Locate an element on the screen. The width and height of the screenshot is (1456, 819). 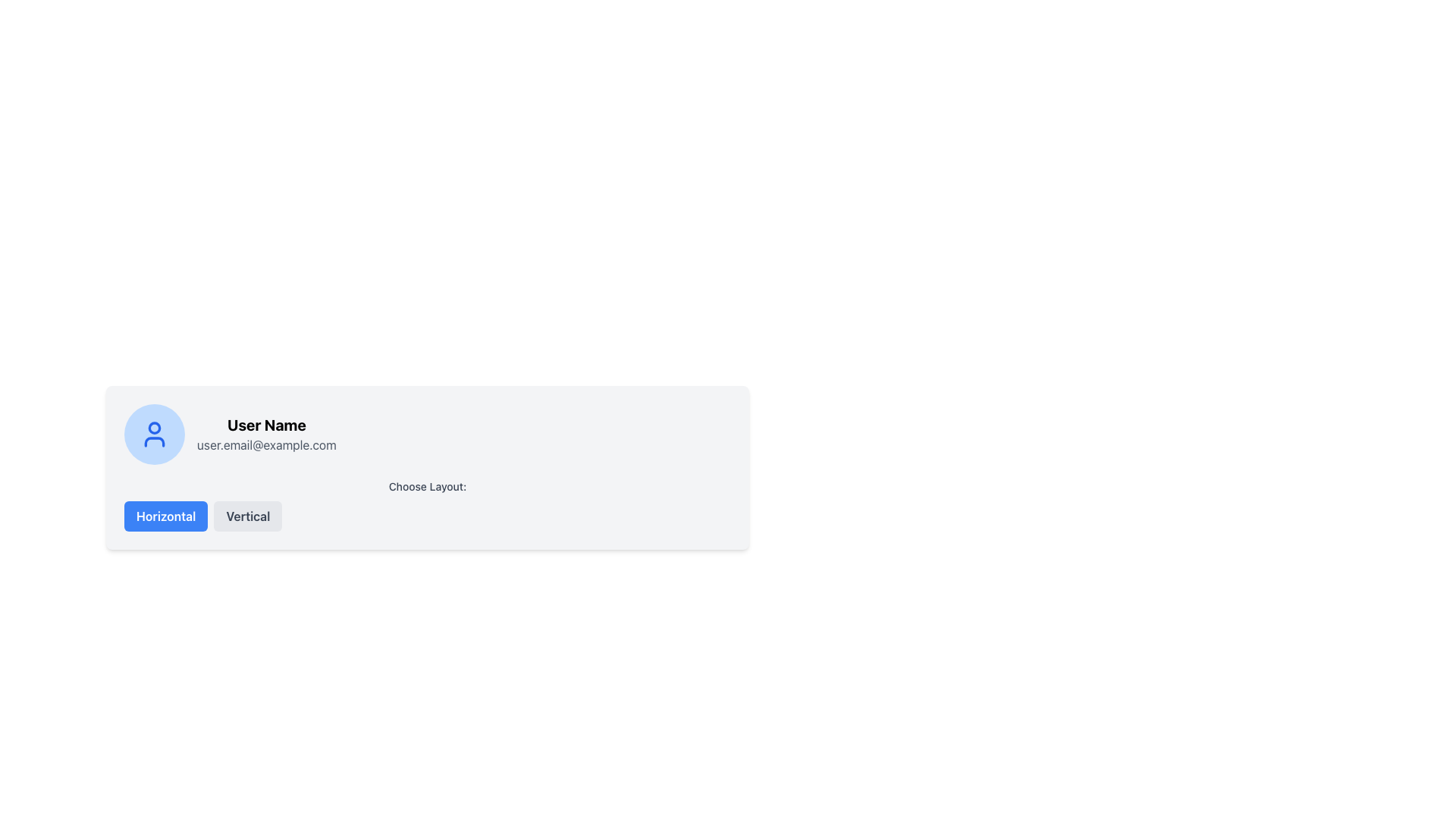
the 'Horizontal' button with blue background and white bold text, located at the bottom-left corner of the layout selection interface is located at coordinates (166, 516).